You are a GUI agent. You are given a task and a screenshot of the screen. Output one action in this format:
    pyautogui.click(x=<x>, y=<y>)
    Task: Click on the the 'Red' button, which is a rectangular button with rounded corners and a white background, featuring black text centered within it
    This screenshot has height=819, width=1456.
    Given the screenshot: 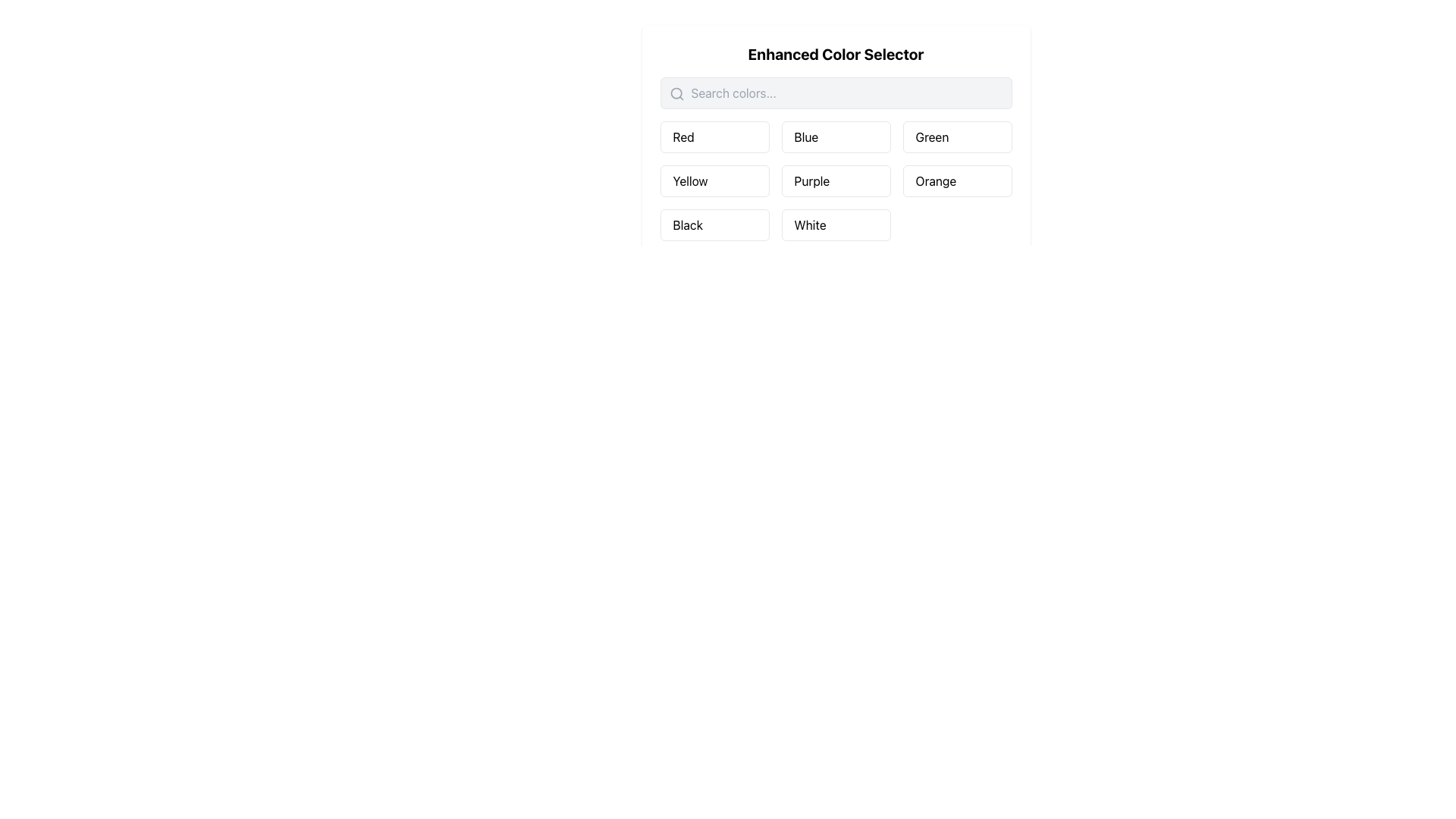 What is the action you would take?
    pyautogui.click(x=714, y=137)
    